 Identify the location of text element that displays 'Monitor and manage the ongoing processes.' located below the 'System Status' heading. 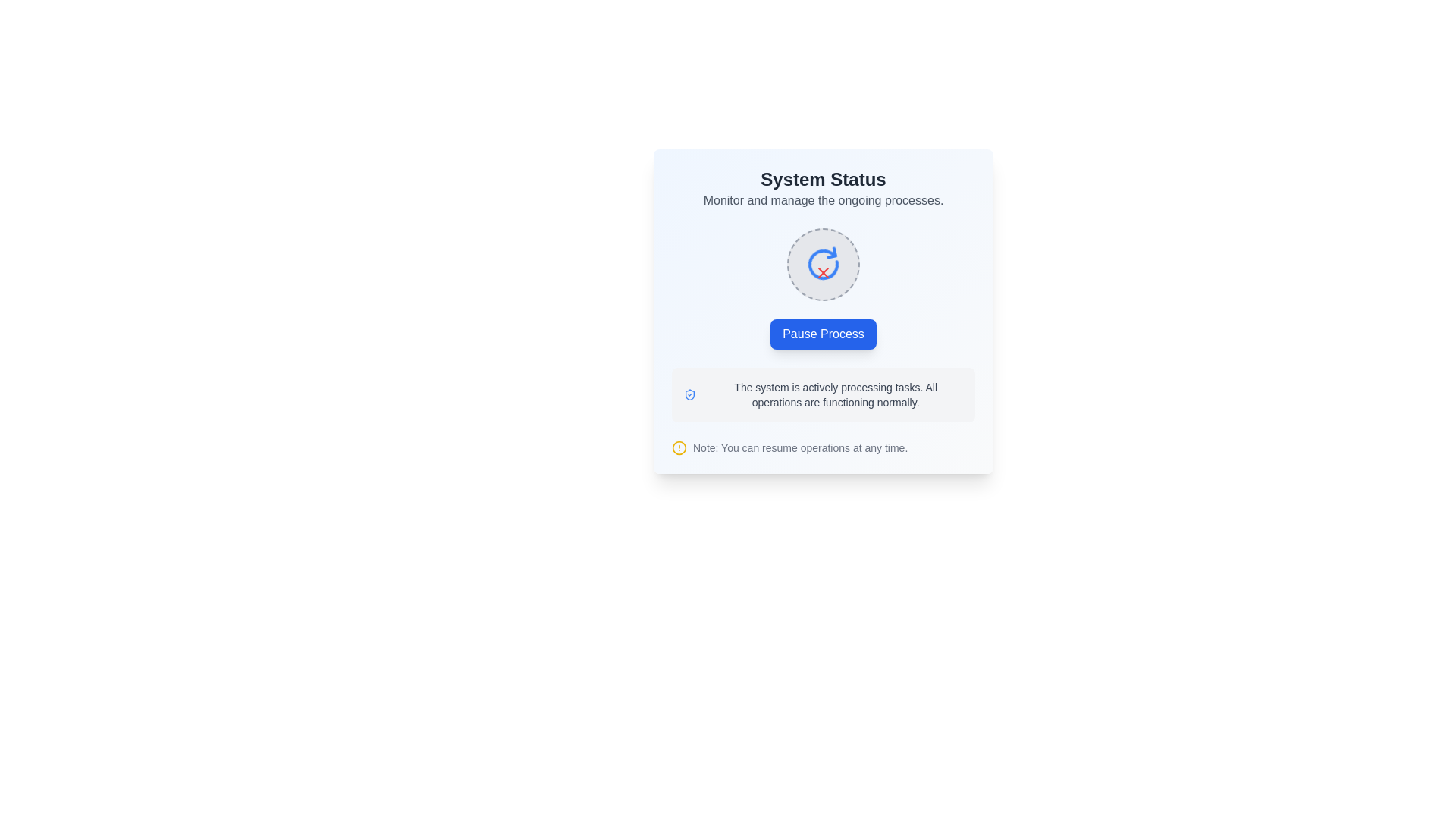
(822, 200).